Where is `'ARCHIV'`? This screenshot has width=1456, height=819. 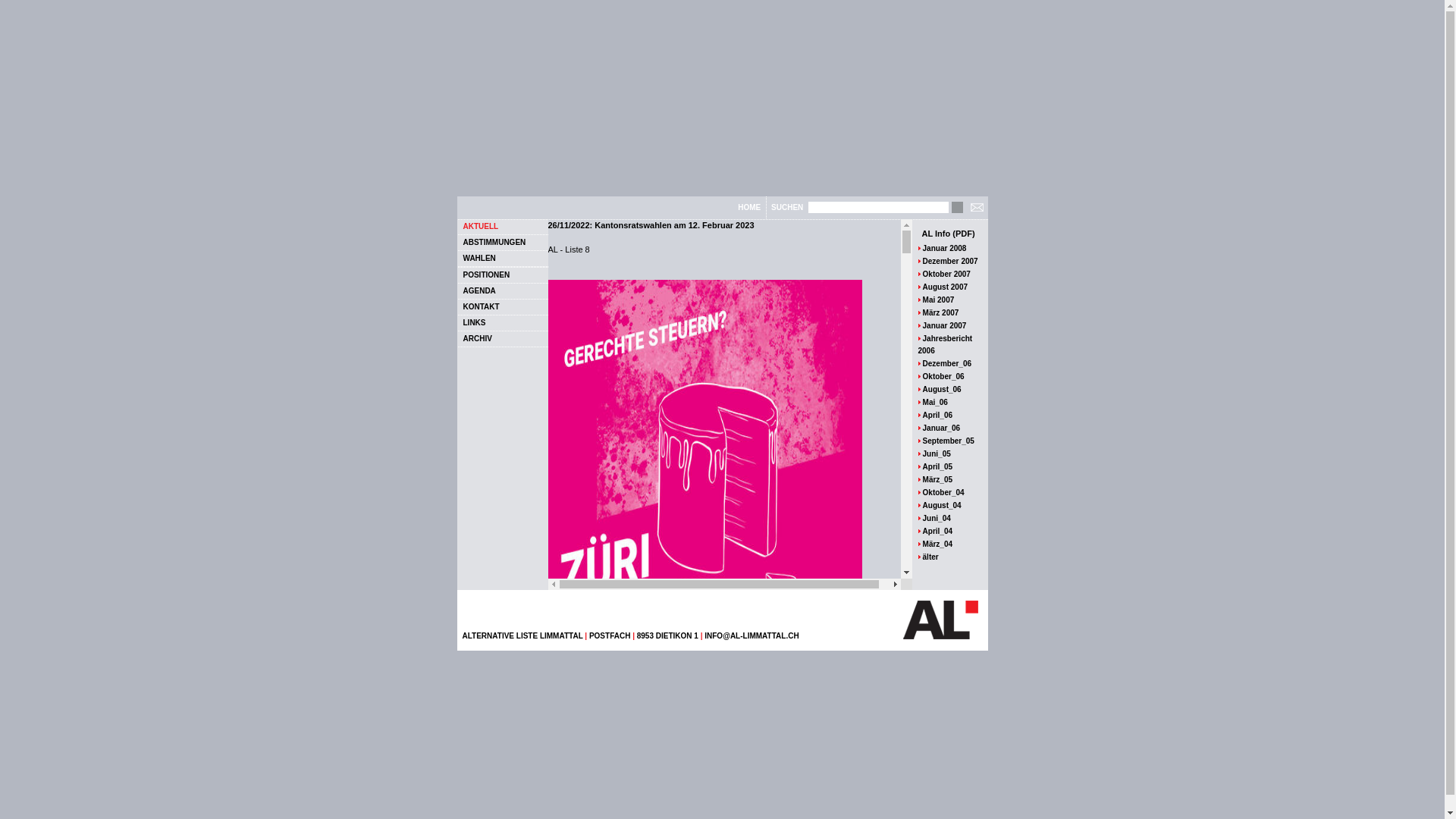 'ARCHIV' is located at coordinates (475, 337).